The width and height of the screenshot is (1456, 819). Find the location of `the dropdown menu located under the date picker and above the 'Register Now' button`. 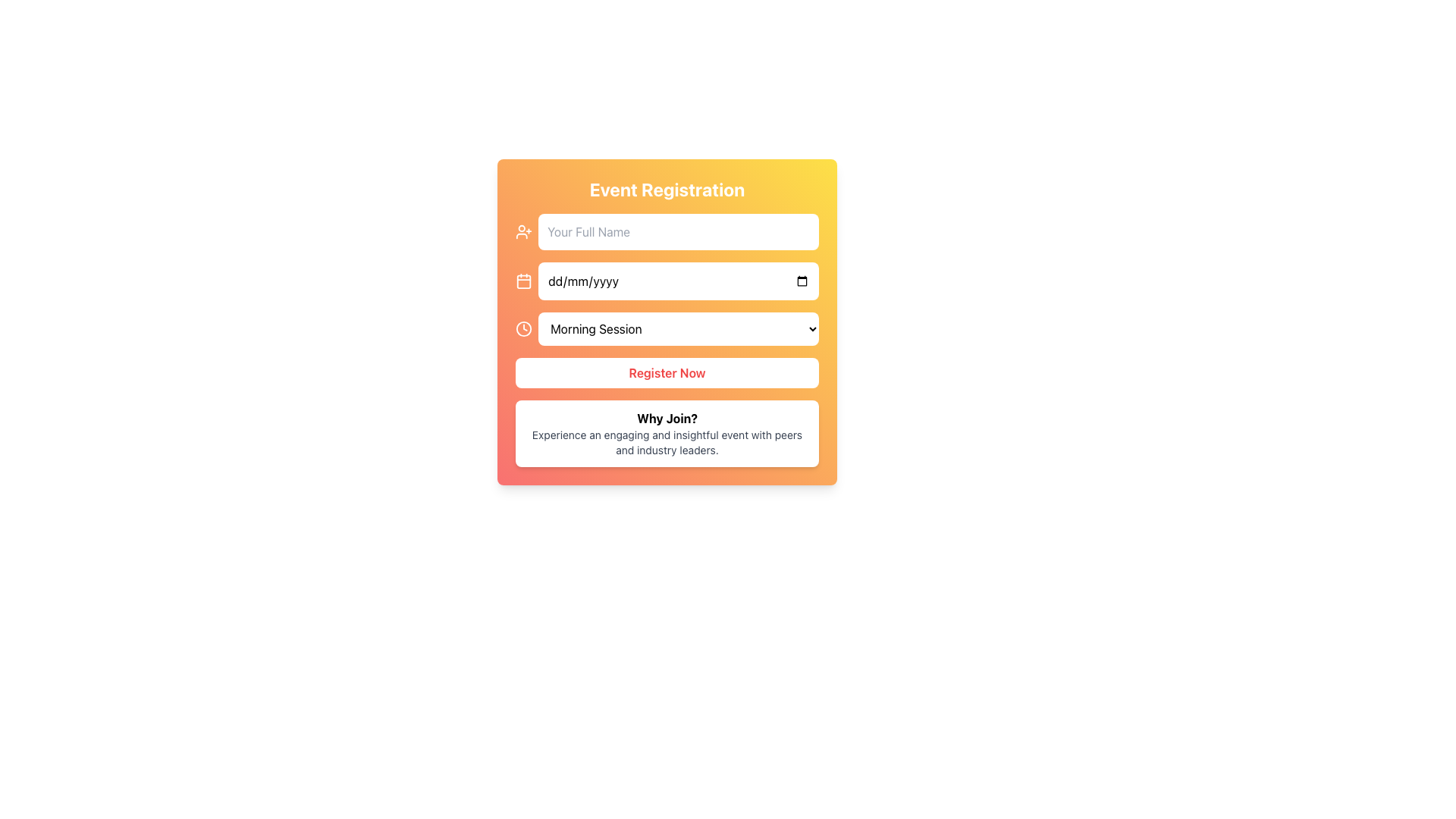

the dropdown menu located under the date picker and above the 'Register Now' button is located at coordinates (667, 328).